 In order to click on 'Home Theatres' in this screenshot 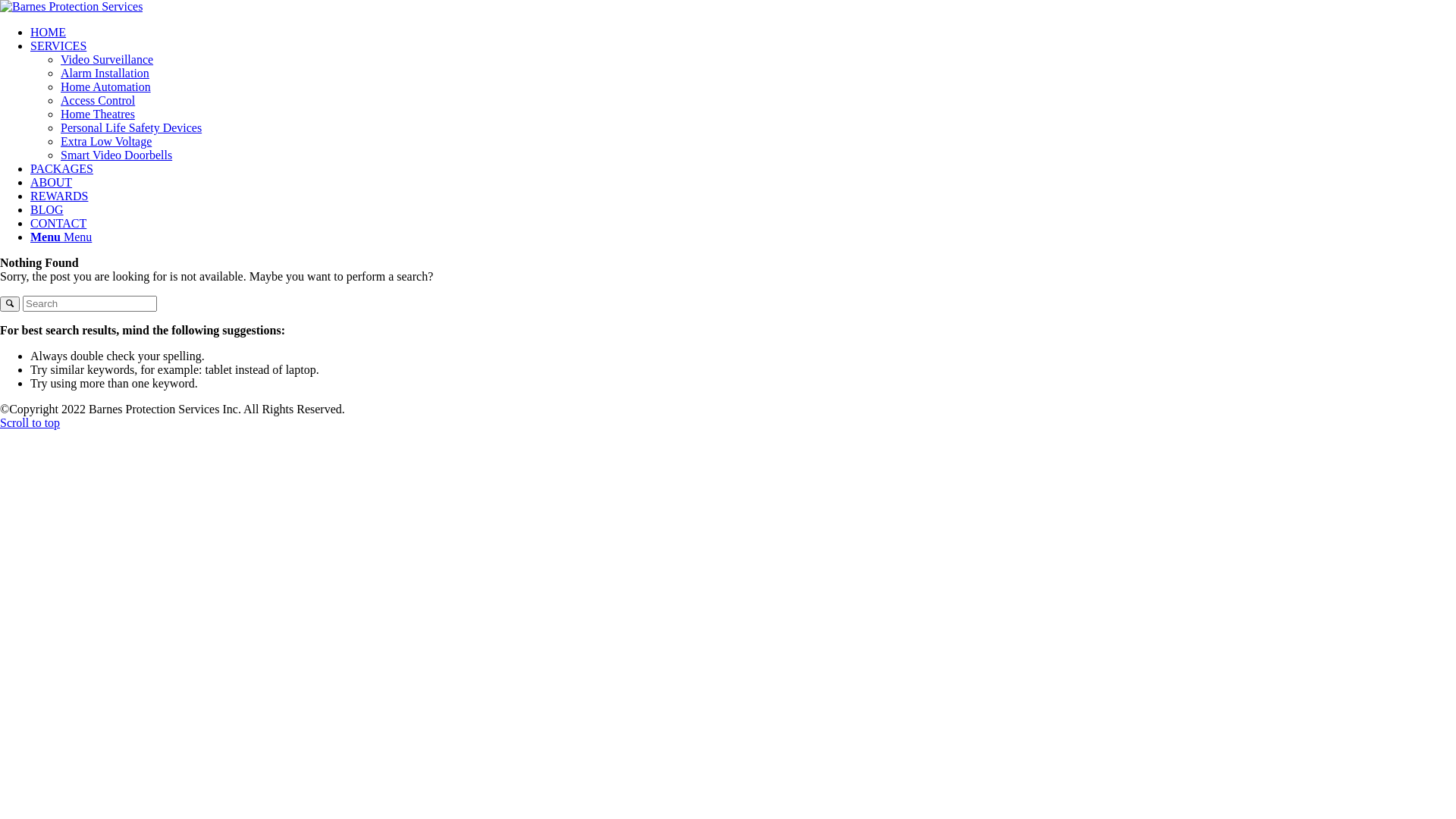, I will do `click(97, 113)`.